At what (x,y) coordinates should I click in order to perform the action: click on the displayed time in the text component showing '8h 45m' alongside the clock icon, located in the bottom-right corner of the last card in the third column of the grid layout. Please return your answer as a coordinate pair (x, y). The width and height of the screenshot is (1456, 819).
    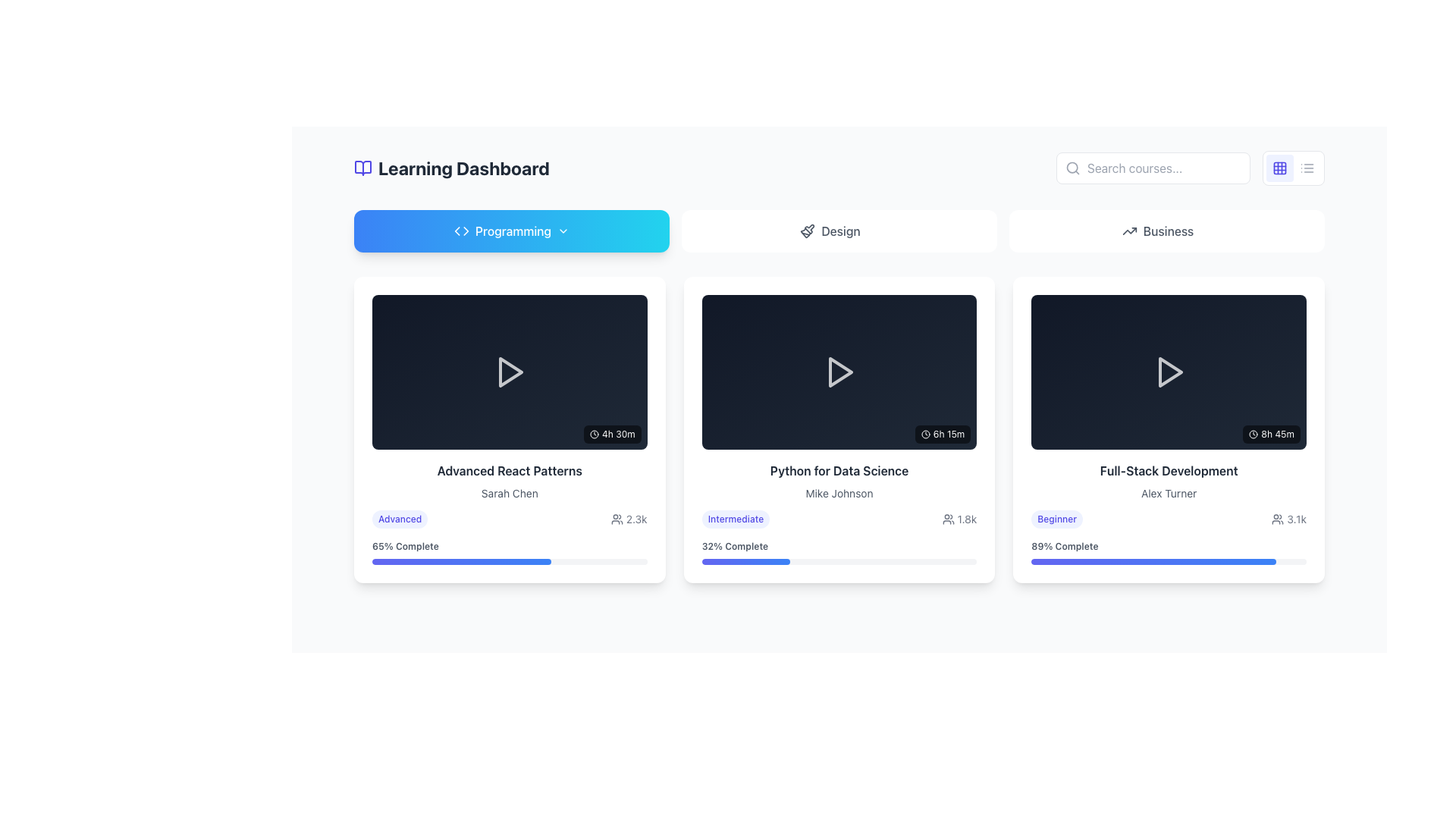
    Looking at the image, I should click on (1272, 434).